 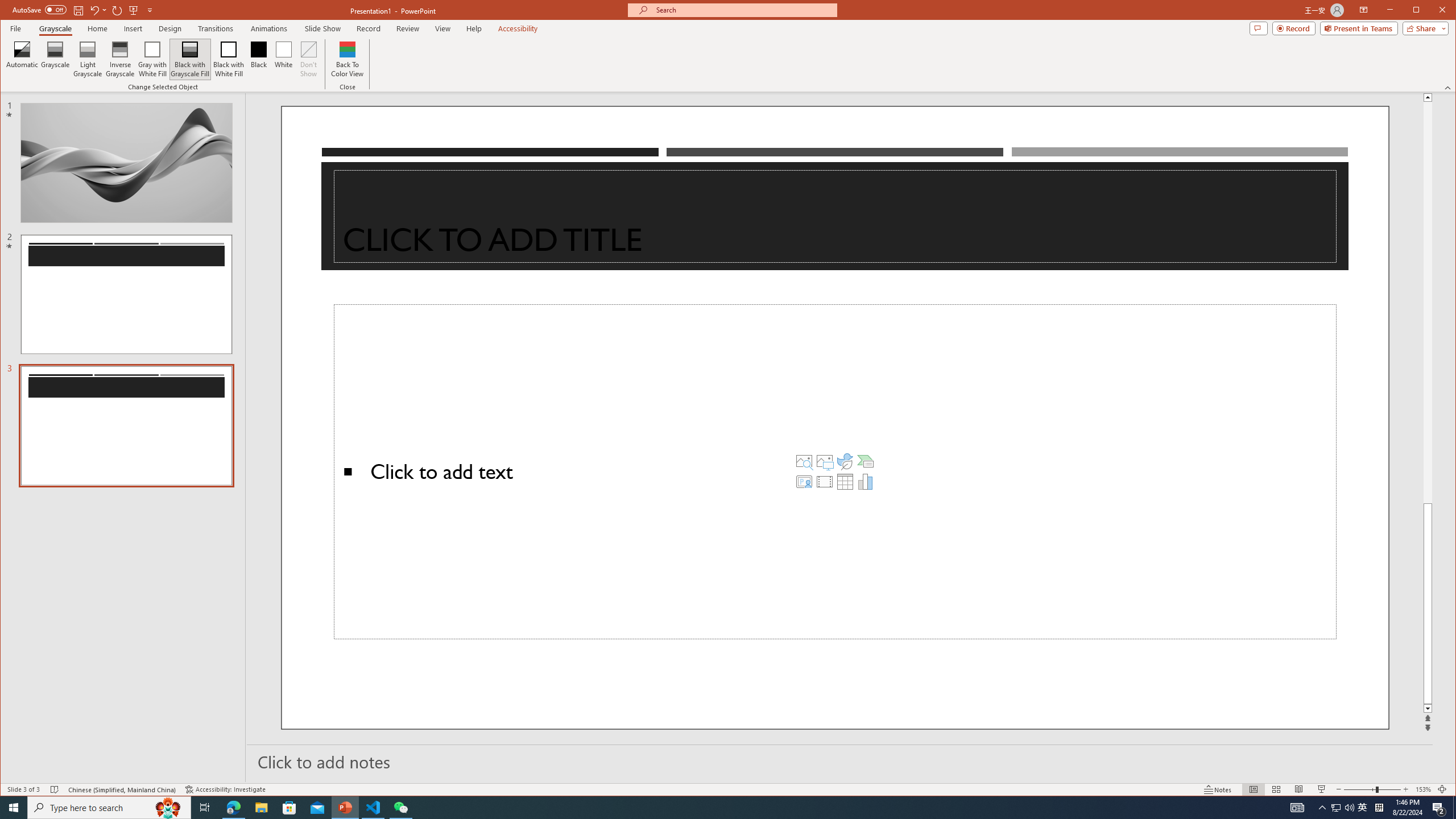 I want to click on 'Show desktop', so click(x=1454, y=806).